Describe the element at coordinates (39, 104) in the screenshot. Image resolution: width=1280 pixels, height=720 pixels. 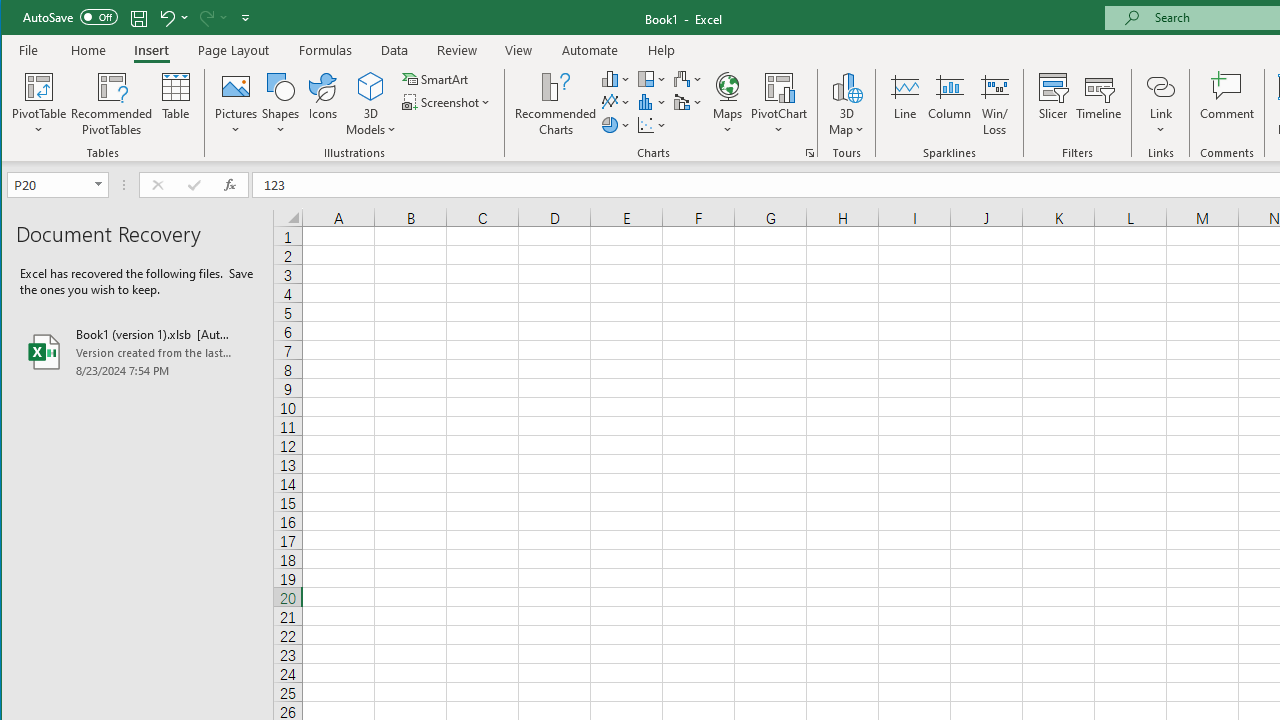
I see `'PivotTable'` at that location.